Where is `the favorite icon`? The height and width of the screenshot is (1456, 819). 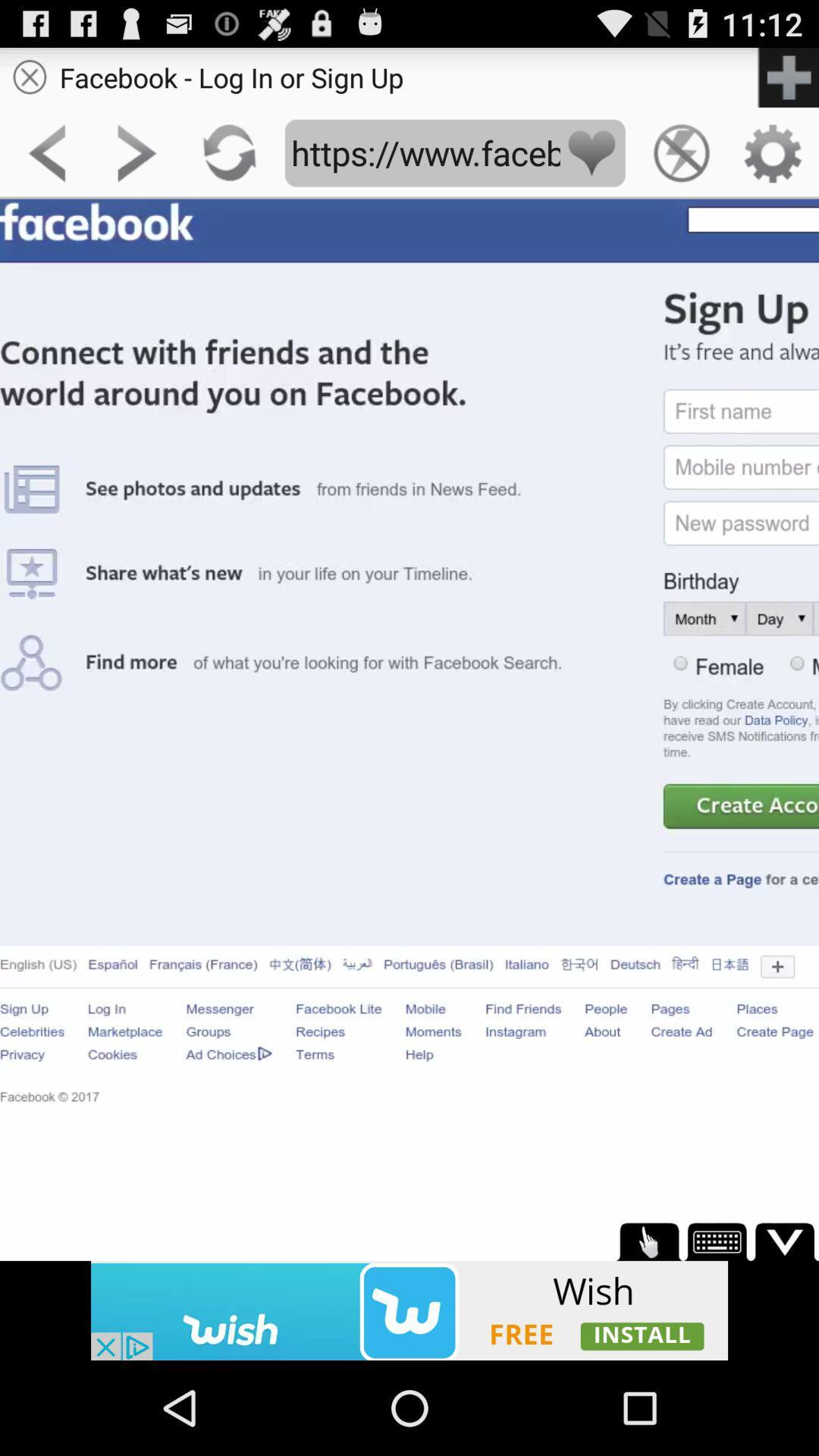 the favorite icon is located at coordinates (591, 164).